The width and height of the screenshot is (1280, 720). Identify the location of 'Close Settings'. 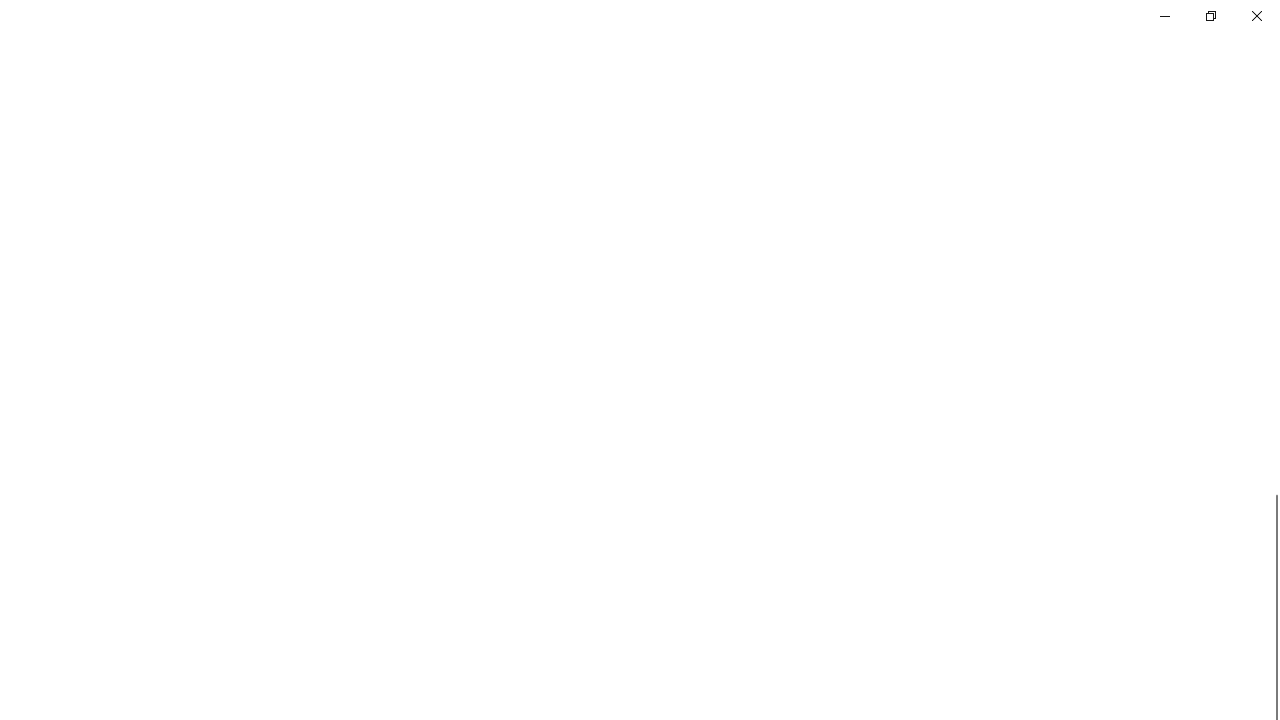
(1255, 15).